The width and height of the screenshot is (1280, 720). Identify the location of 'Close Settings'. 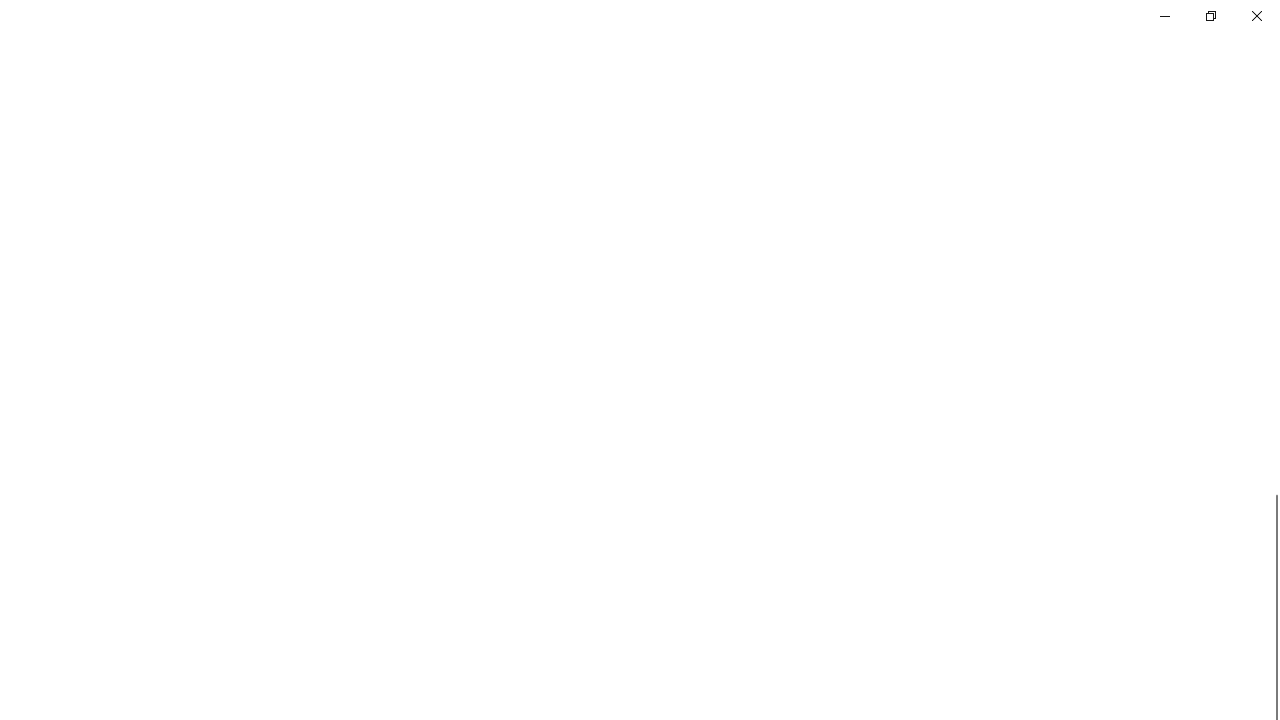
(1255, 15).